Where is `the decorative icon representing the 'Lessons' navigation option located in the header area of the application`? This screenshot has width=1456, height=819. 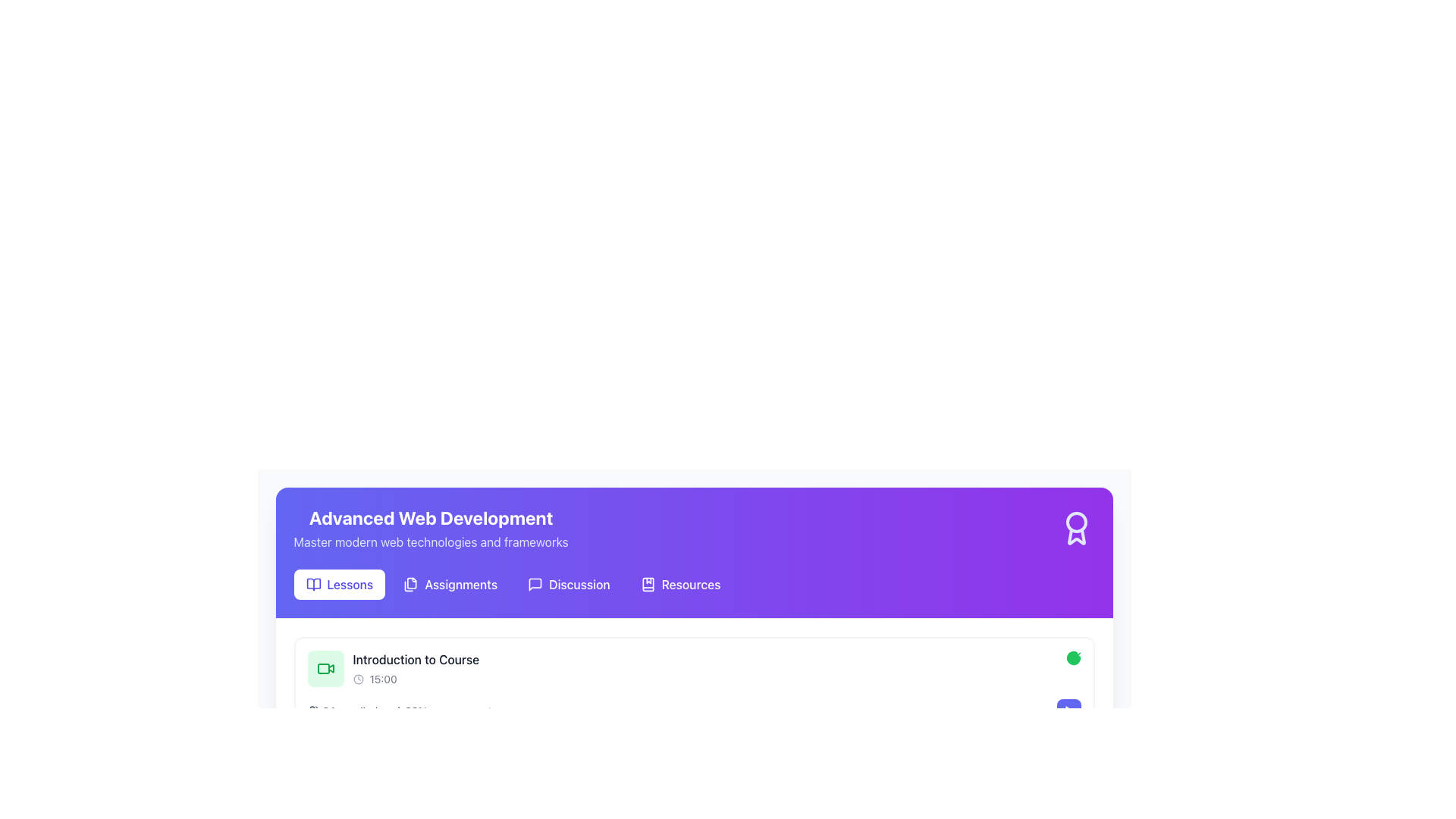 the decorative icon representing the 'Lessons' navigation option located in the header area of the application is located at coordinates (312, 584).